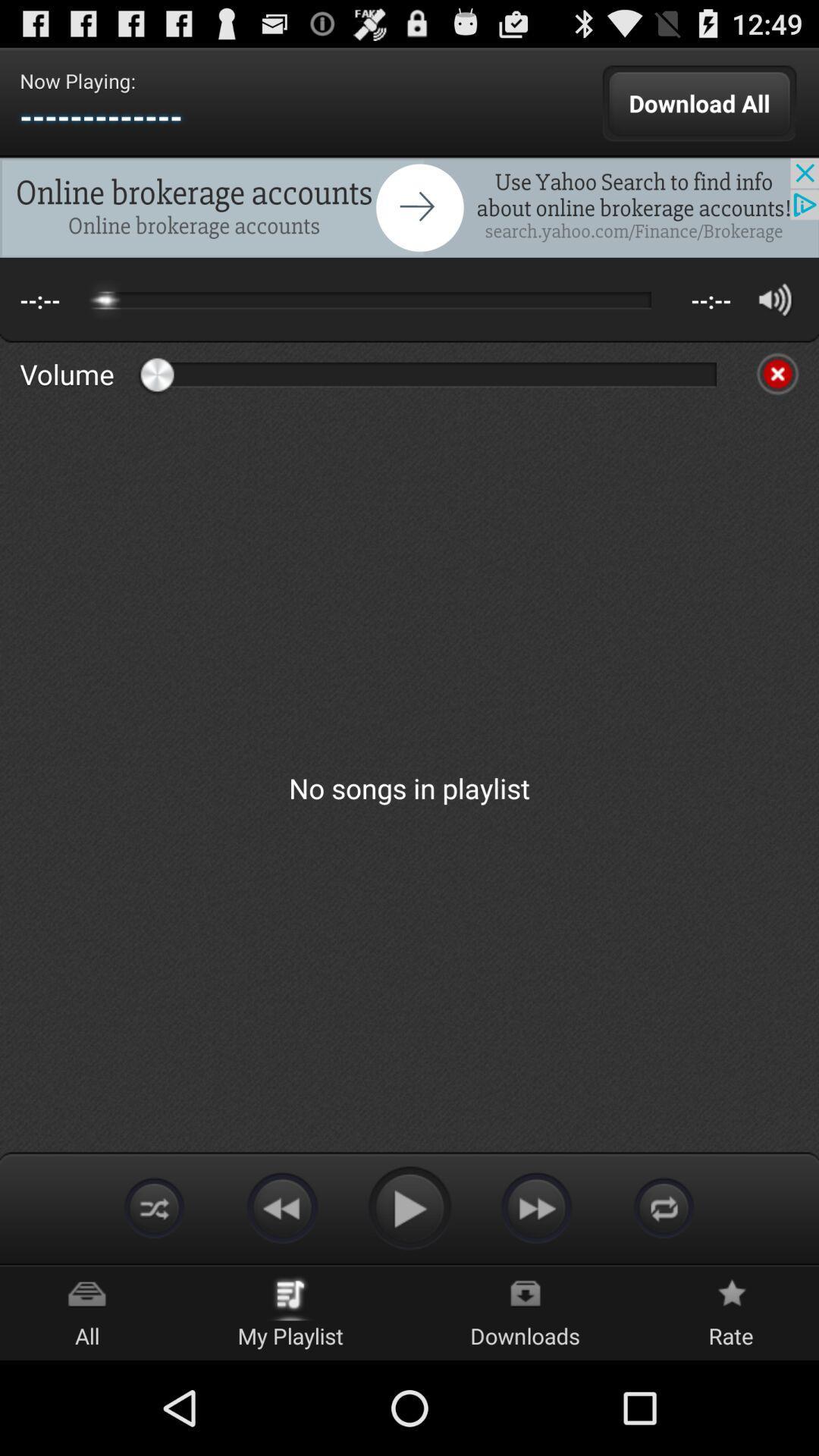 The height and width of the screenshot is (1456, 819). What do you see at coordinates (775, 319) in the screenshot?
I see `the volume icon` at bounding box center [775, 319].